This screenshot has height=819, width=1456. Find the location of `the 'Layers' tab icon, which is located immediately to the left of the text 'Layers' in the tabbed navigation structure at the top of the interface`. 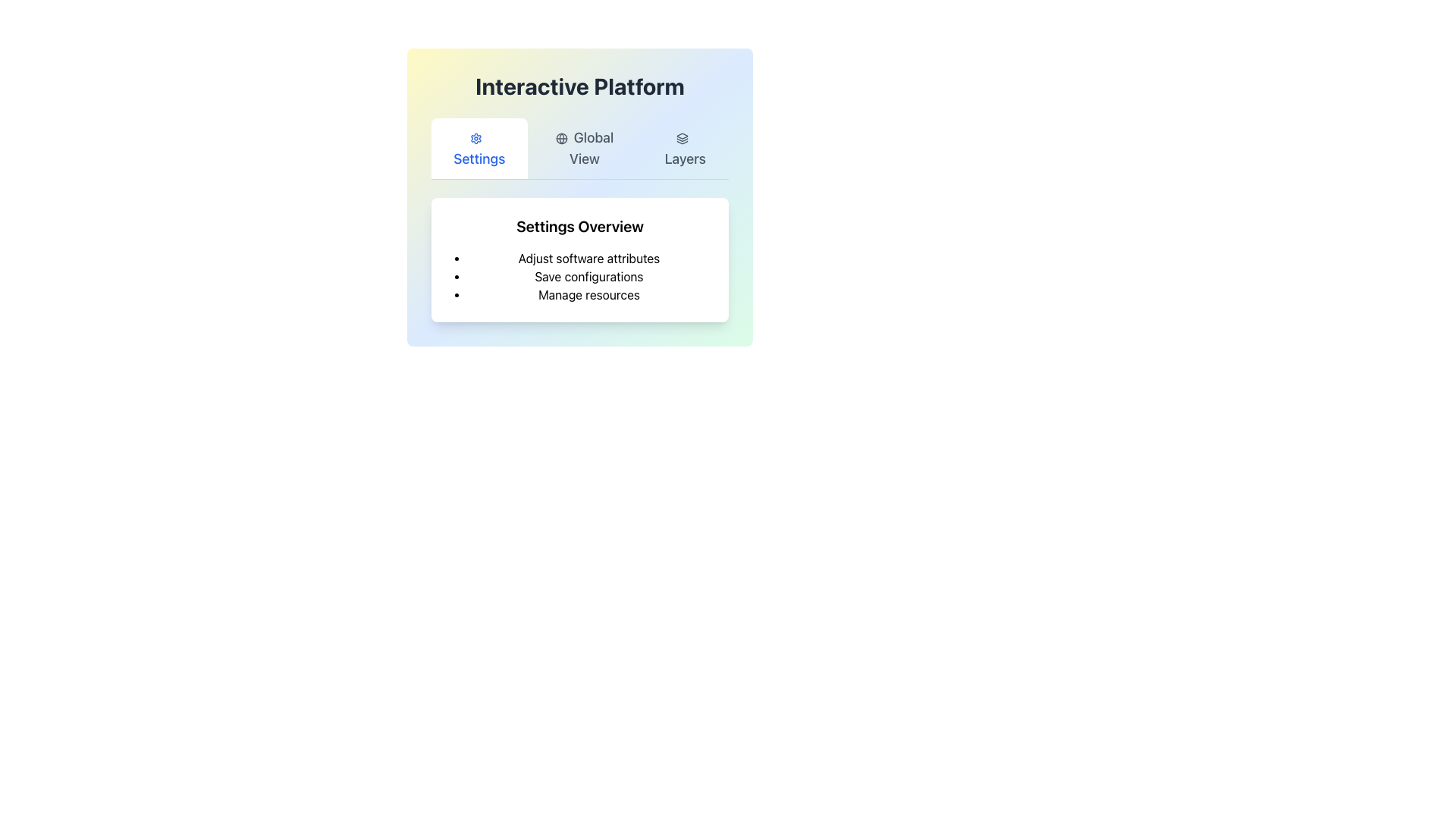

the 'Layers' tab icon, which is located immediately to the left of the text 'Layers' in the tabbed navigation structure at the top of the interface is located at coordinates (681, 139).